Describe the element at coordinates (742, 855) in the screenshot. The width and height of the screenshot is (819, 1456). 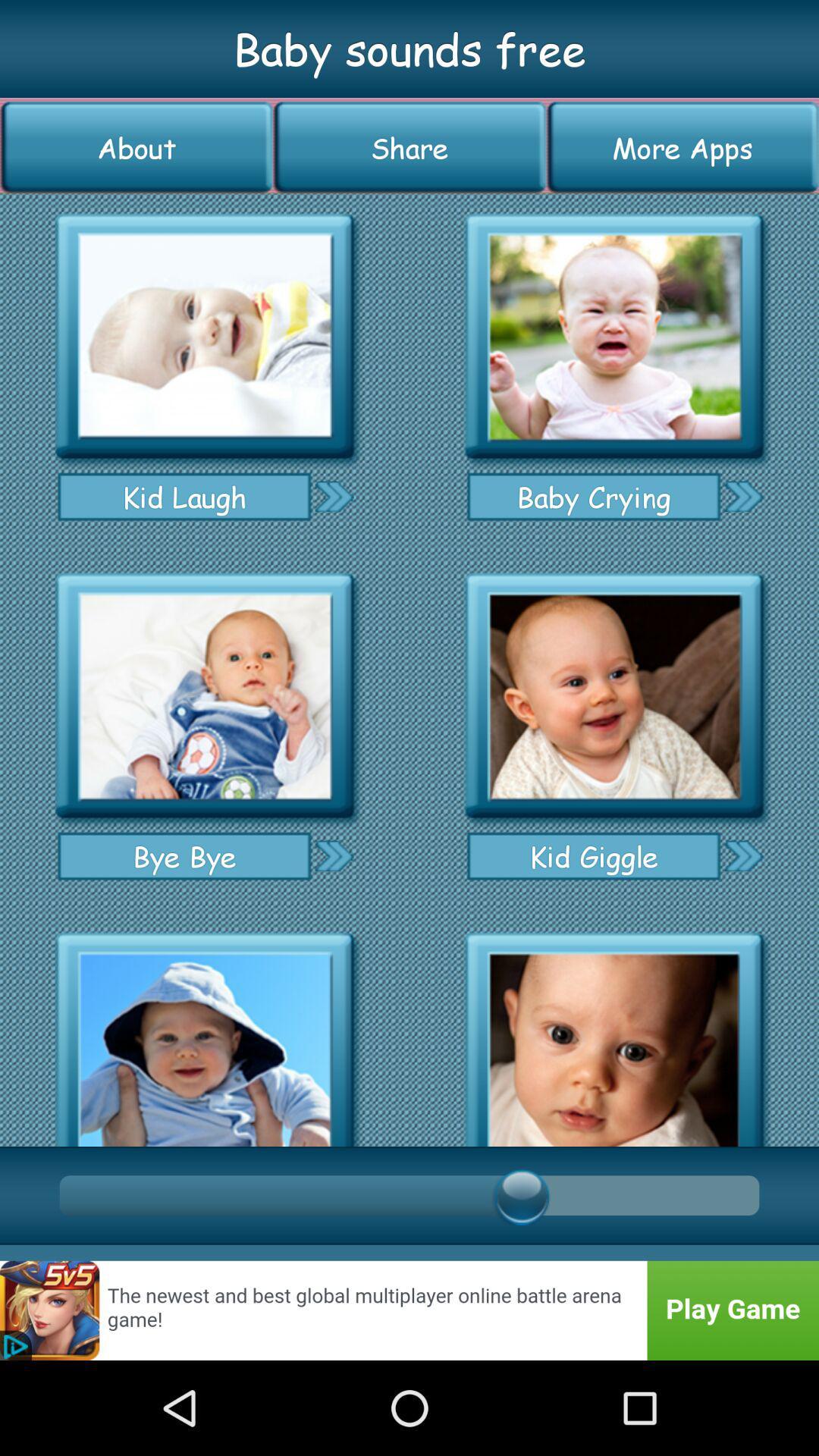
I see `next sound` at that location.